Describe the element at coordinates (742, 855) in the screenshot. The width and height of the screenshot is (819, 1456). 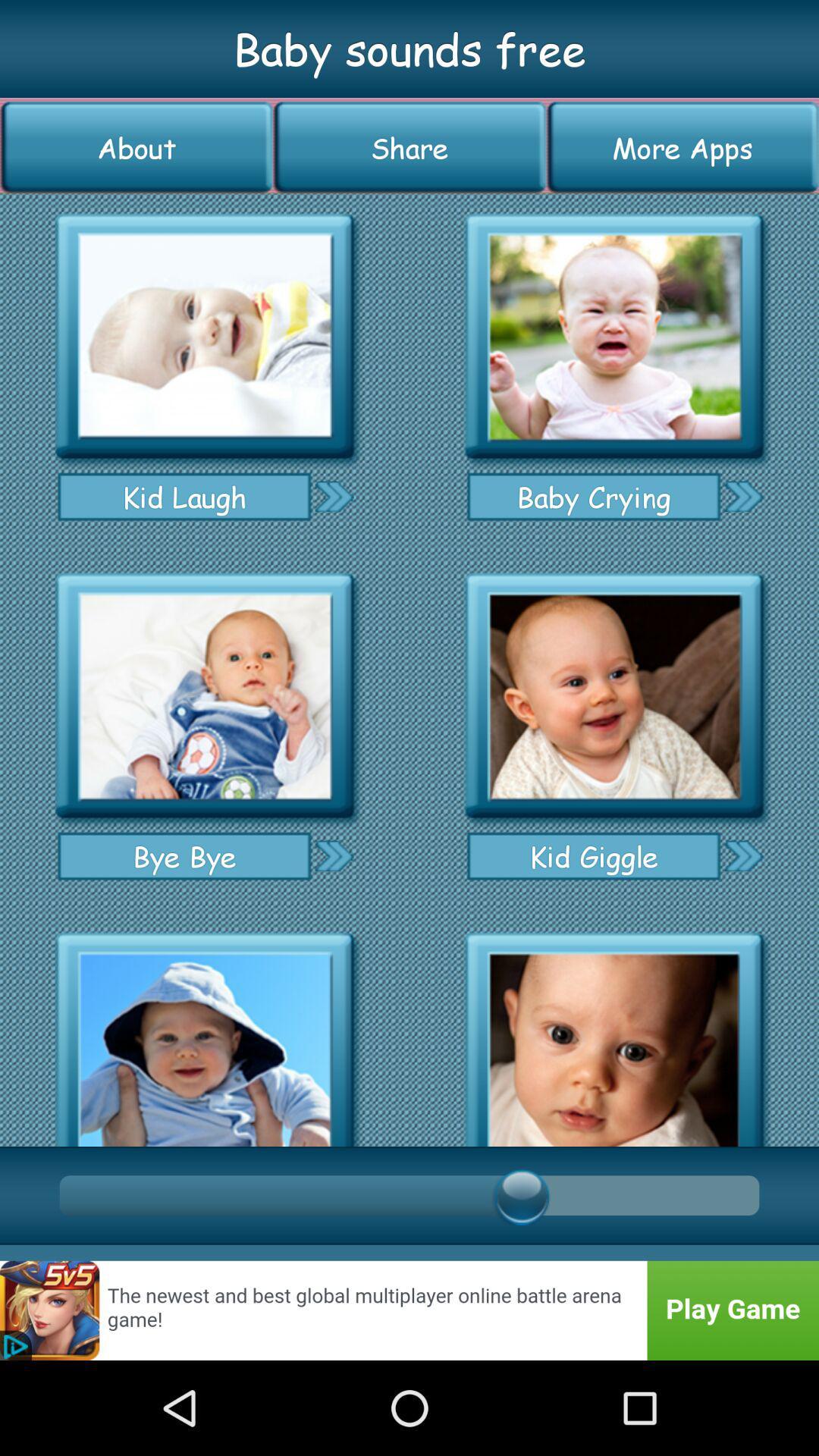
I see `next sound` at that location.